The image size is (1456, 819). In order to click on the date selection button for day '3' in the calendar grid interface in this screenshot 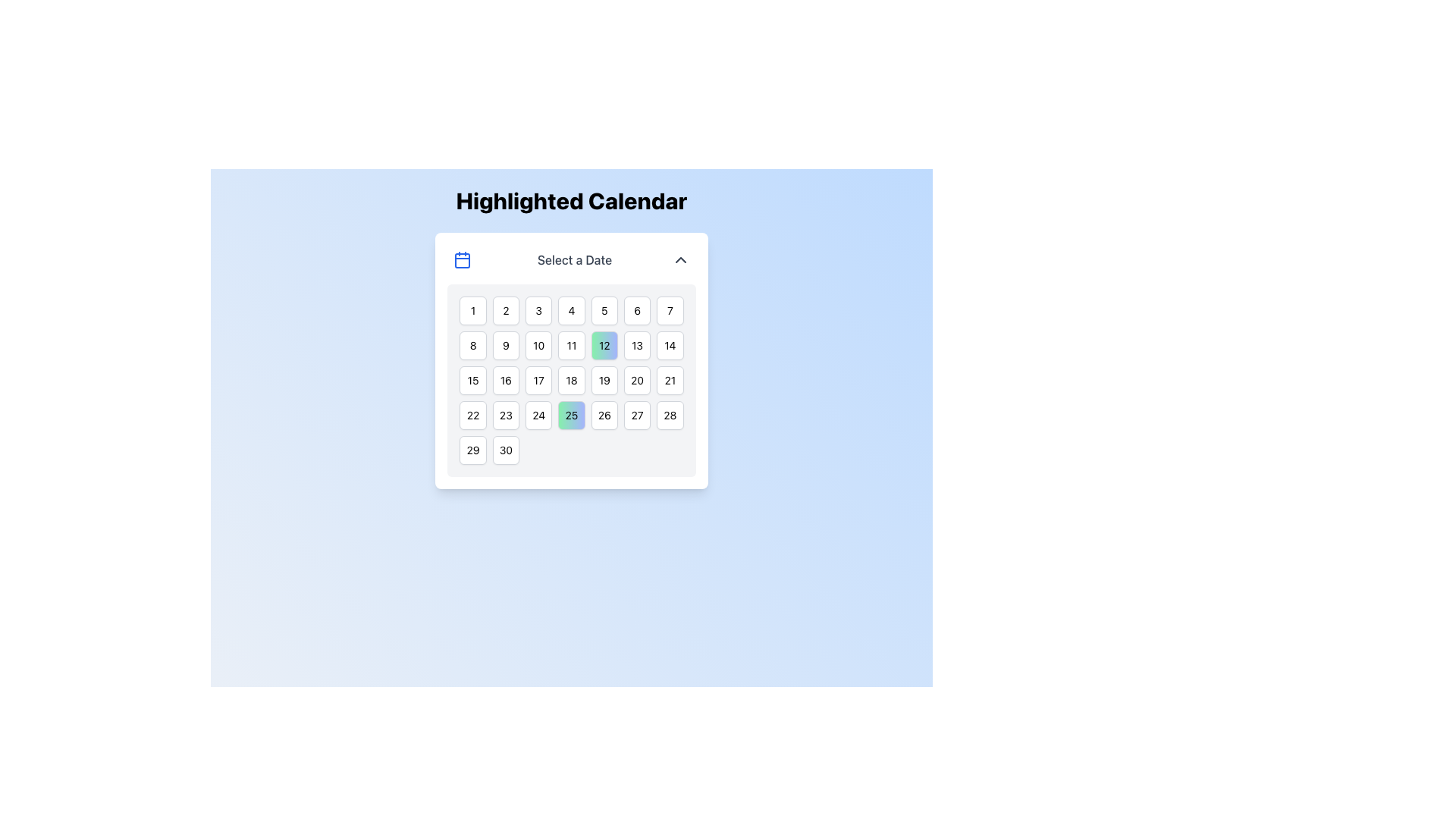, I will do `click(538, 309)`.